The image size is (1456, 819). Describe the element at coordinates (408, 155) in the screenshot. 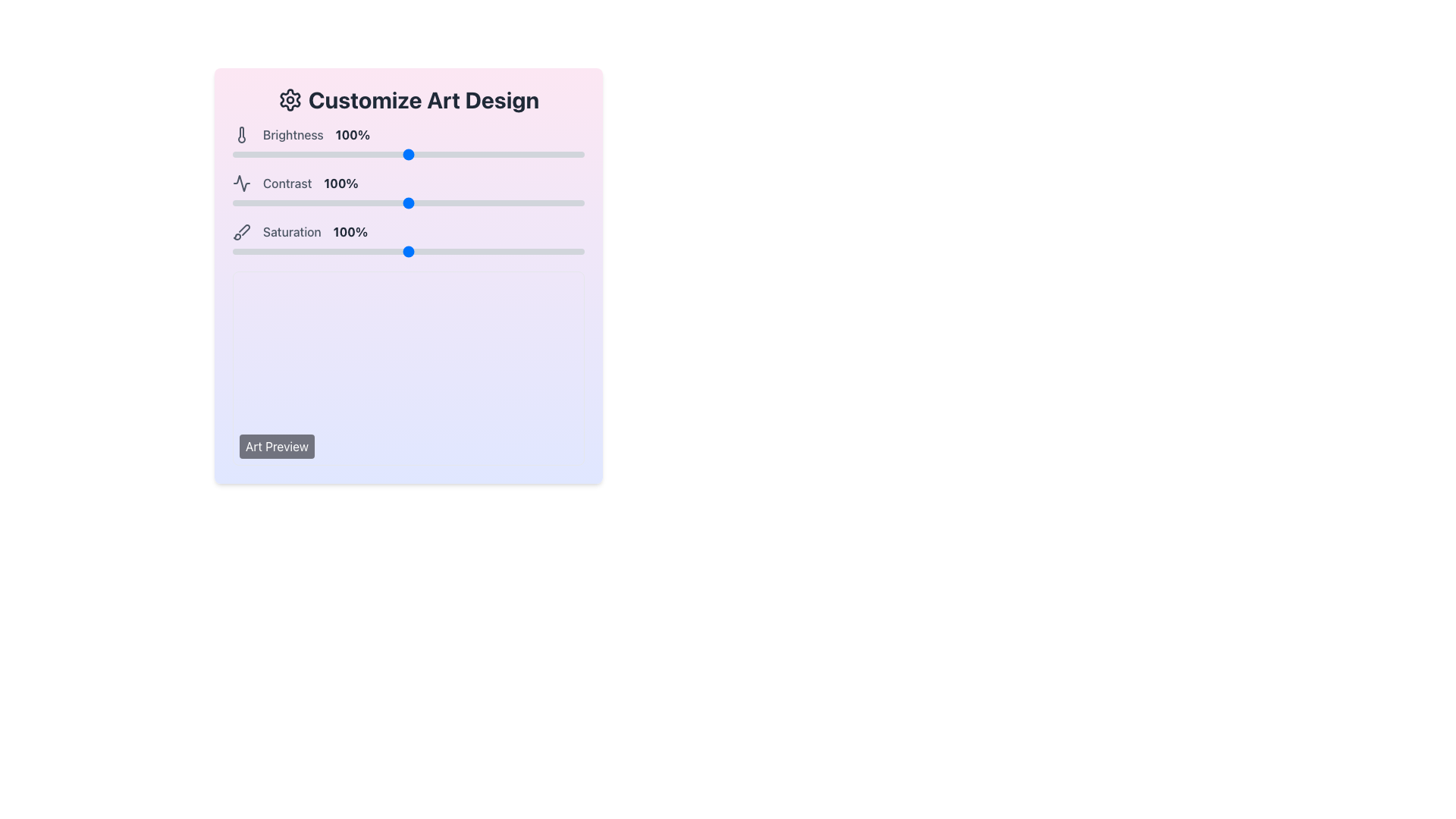

I see `the brightness slider component positioned below the 'Brightness 100%' label and thermometer icon` at that location.